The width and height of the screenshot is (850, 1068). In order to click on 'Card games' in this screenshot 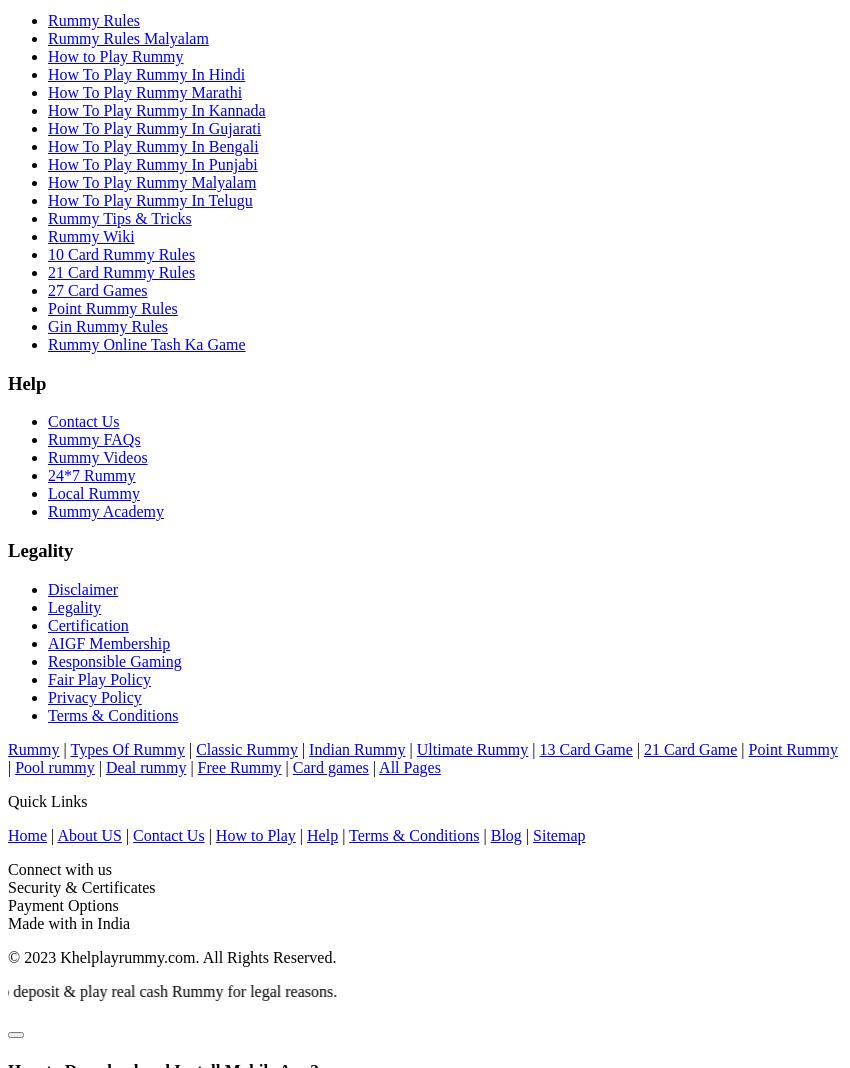, I will do `click(329, 766)`.